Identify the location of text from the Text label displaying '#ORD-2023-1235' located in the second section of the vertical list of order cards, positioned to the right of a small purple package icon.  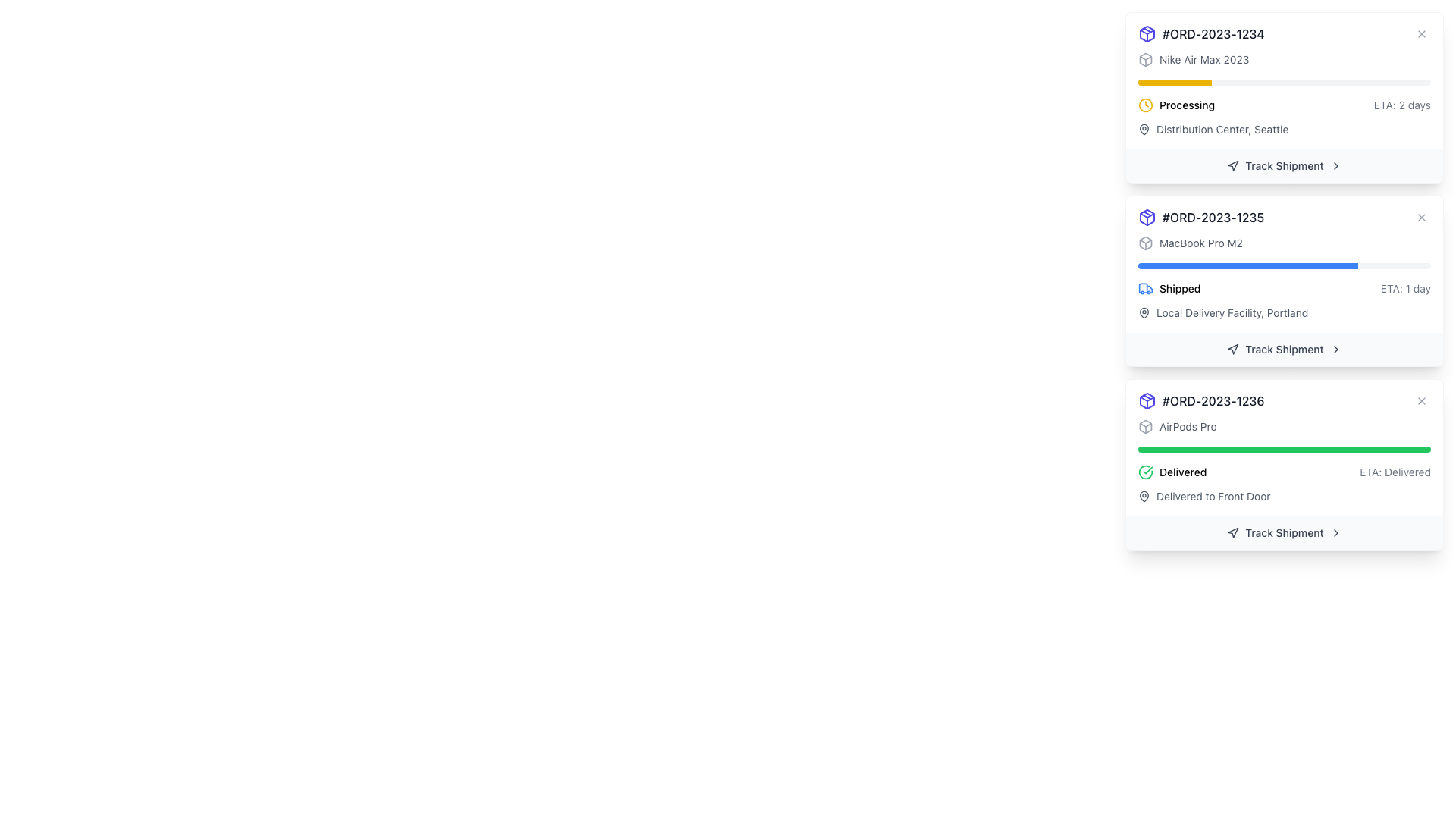
(1213, 217).